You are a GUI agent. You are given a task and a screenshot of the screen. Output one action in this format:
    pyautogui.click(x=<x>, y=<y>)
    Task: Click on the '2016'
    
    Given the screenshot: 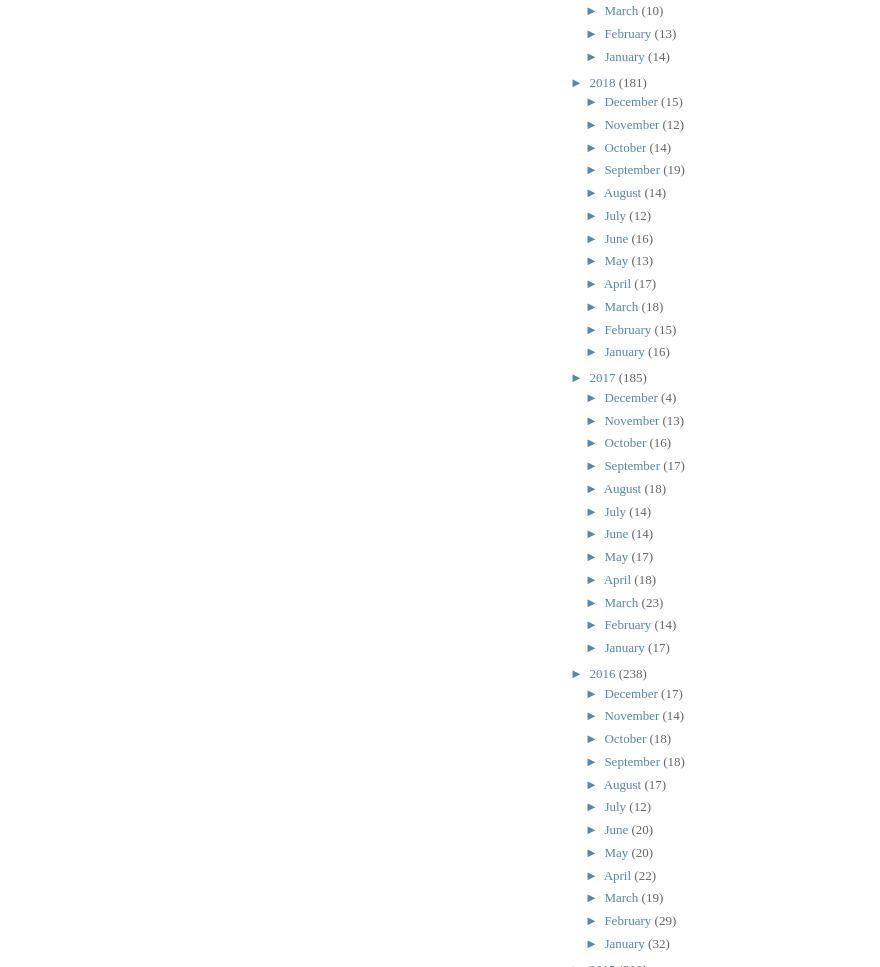 What is the action you would take?
    pyautogui.click(x=602, y=673)
    